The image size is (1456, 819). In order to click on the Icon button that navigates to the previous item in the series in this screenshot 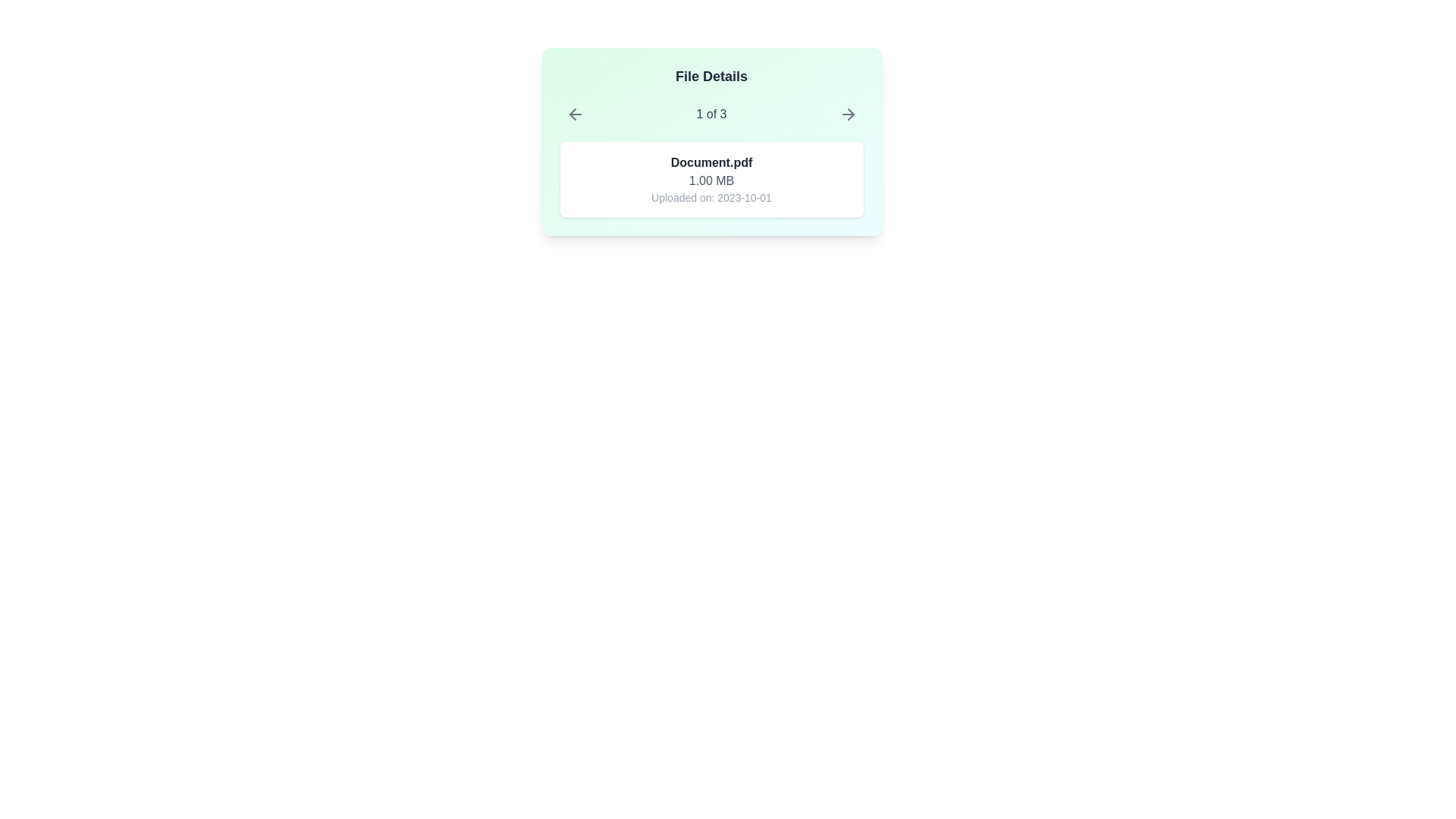, I will do `click(574, 113)`.